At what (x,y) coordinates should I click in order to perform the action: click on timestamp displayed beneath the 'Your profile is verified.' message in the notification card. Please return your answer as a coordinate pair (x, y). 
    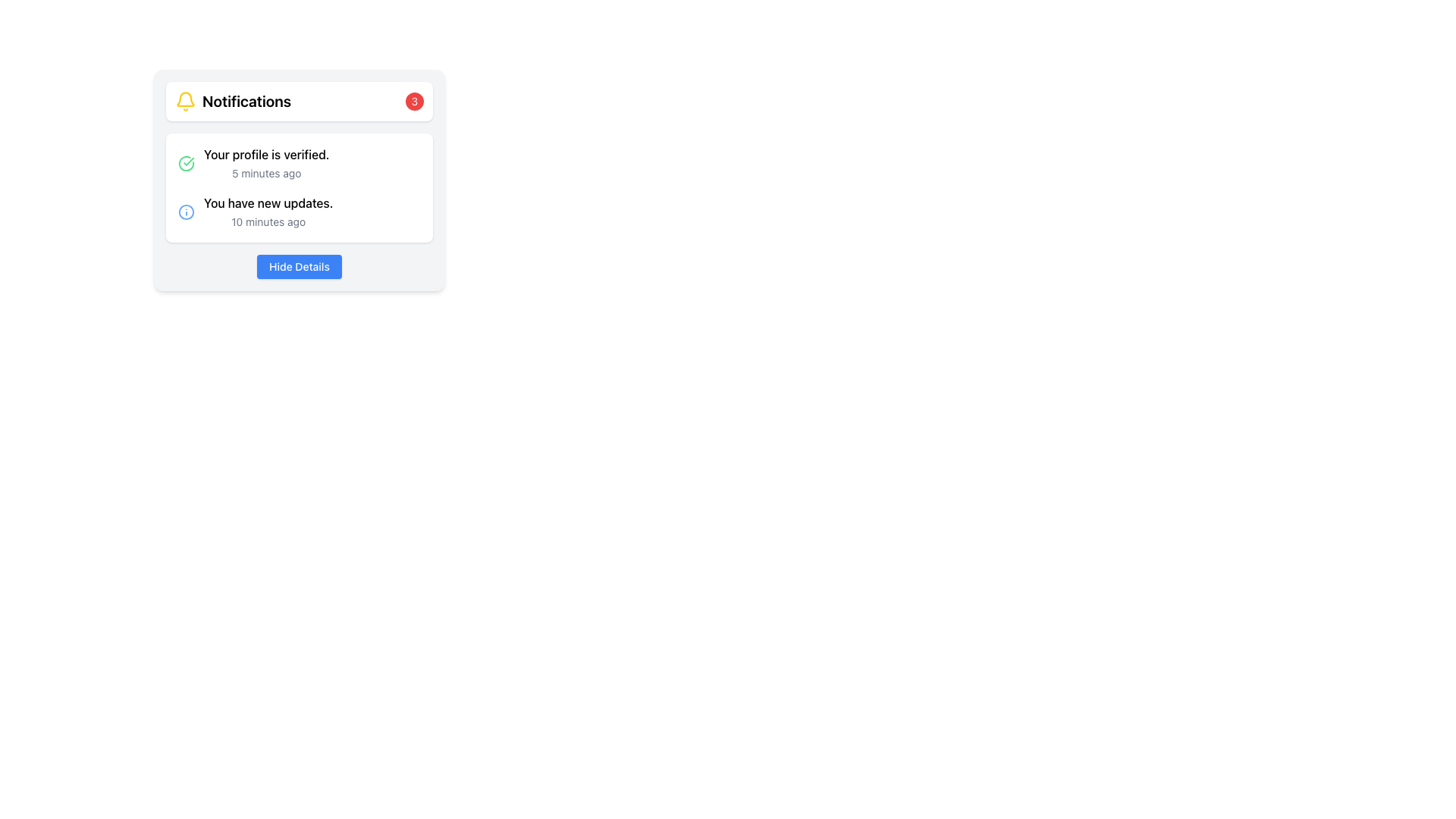
    Looking at the image, I should click on (266, 172).